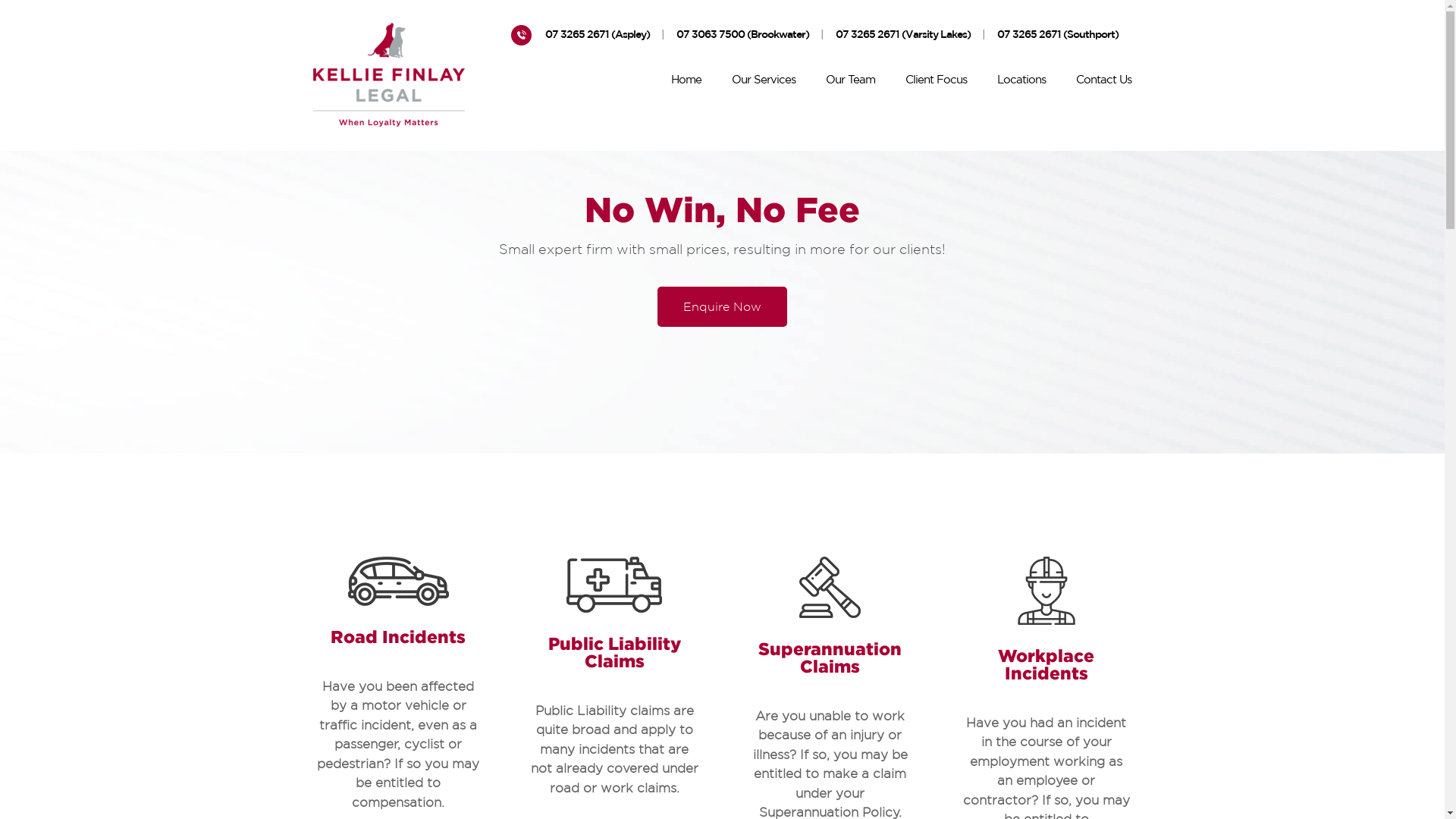  Describe the element at coordinates (721, 306) in the screenshot. I see `'Enquire Now'` at that location.